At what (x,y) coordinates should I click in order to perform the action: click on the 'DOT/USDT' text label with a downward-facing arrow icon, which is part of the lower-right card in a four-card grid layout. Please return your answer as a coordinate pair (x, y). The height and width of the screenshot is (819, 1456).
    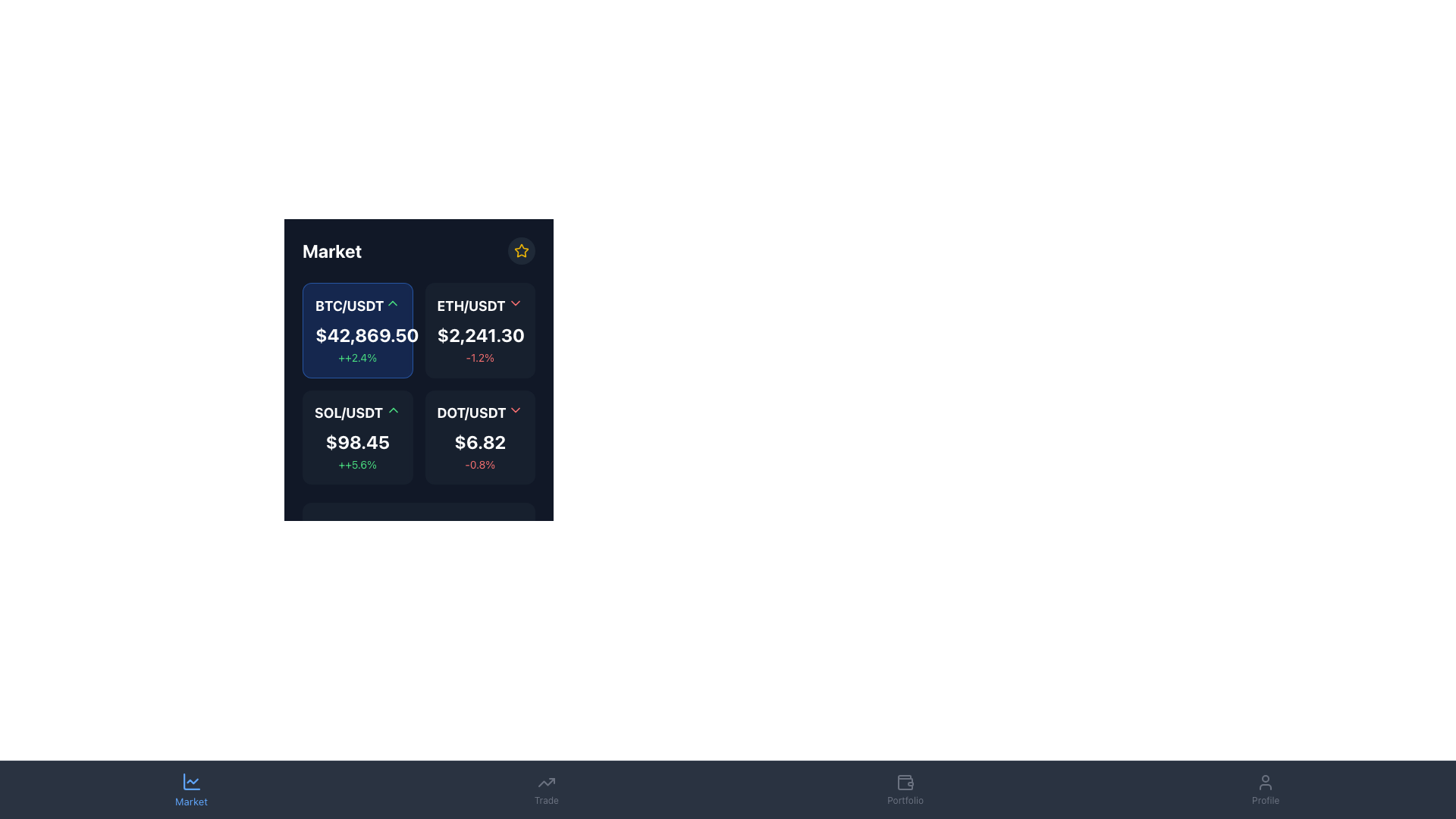
    Looking at the image, I should click on (479, 413).